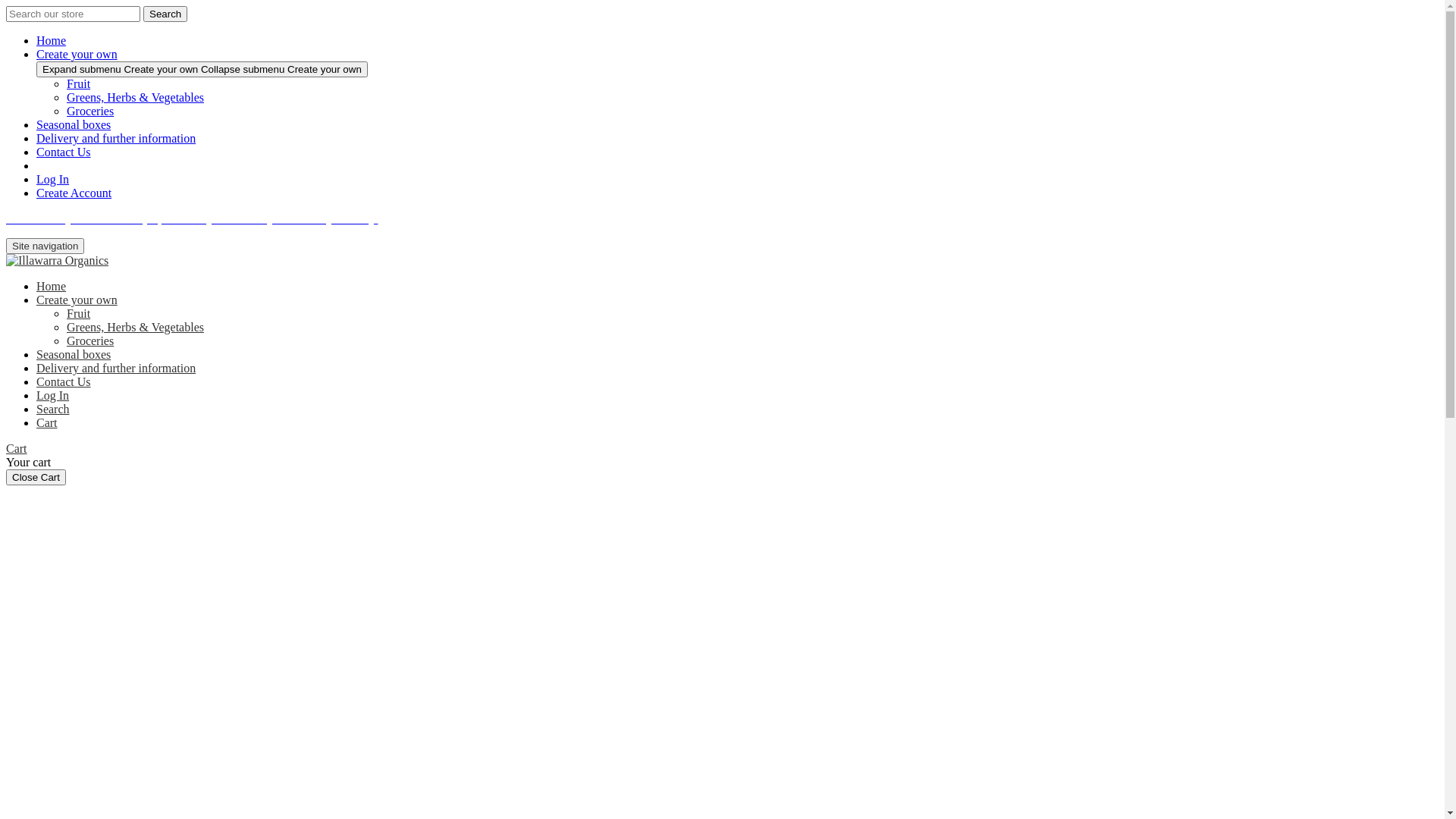  I want to click on 'Greens, Herbs & Vegetables', so click(135, 97).